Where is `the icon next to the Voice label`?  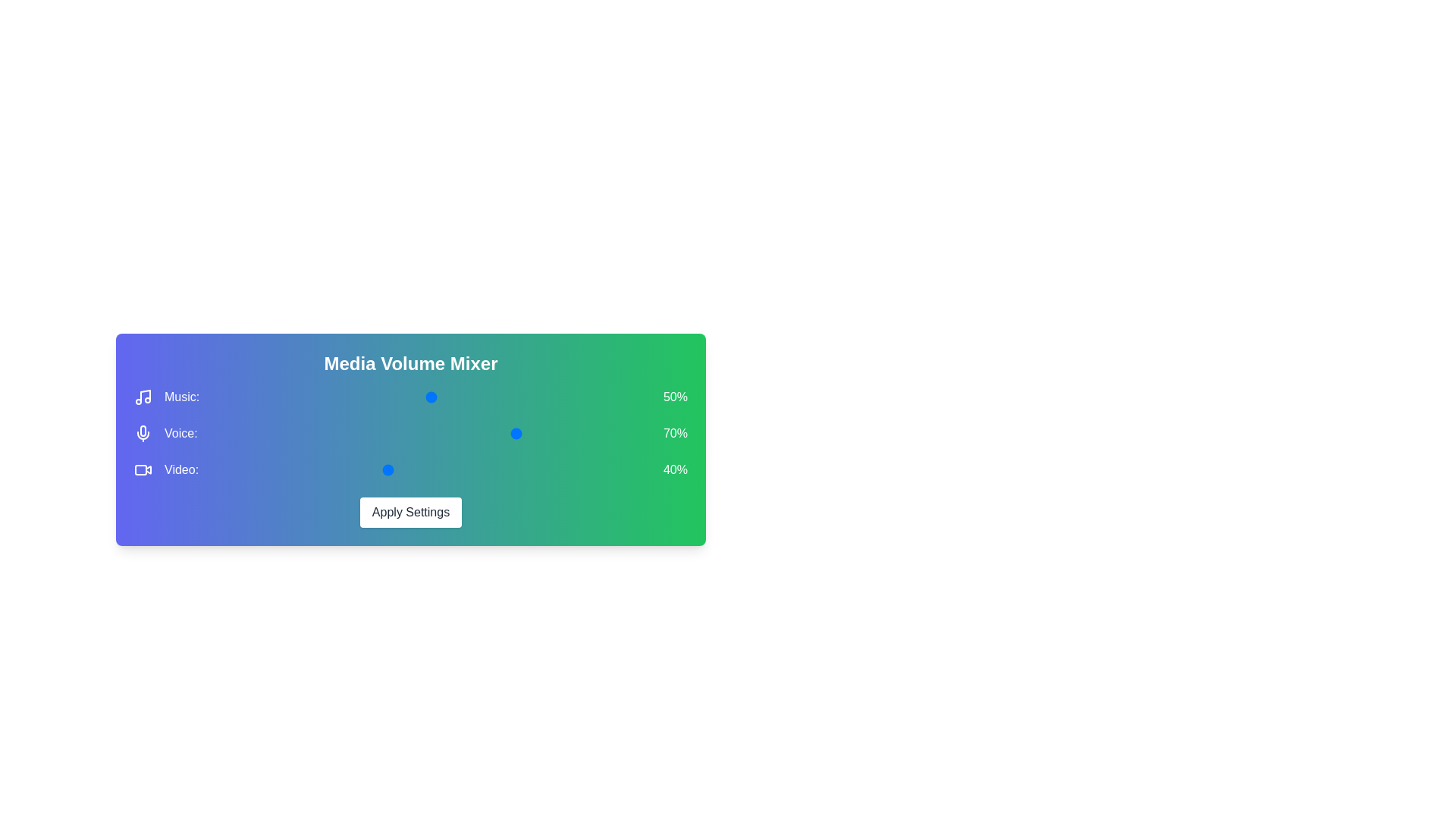 the icon next to the Voice label is located at coordinates (143, 433).